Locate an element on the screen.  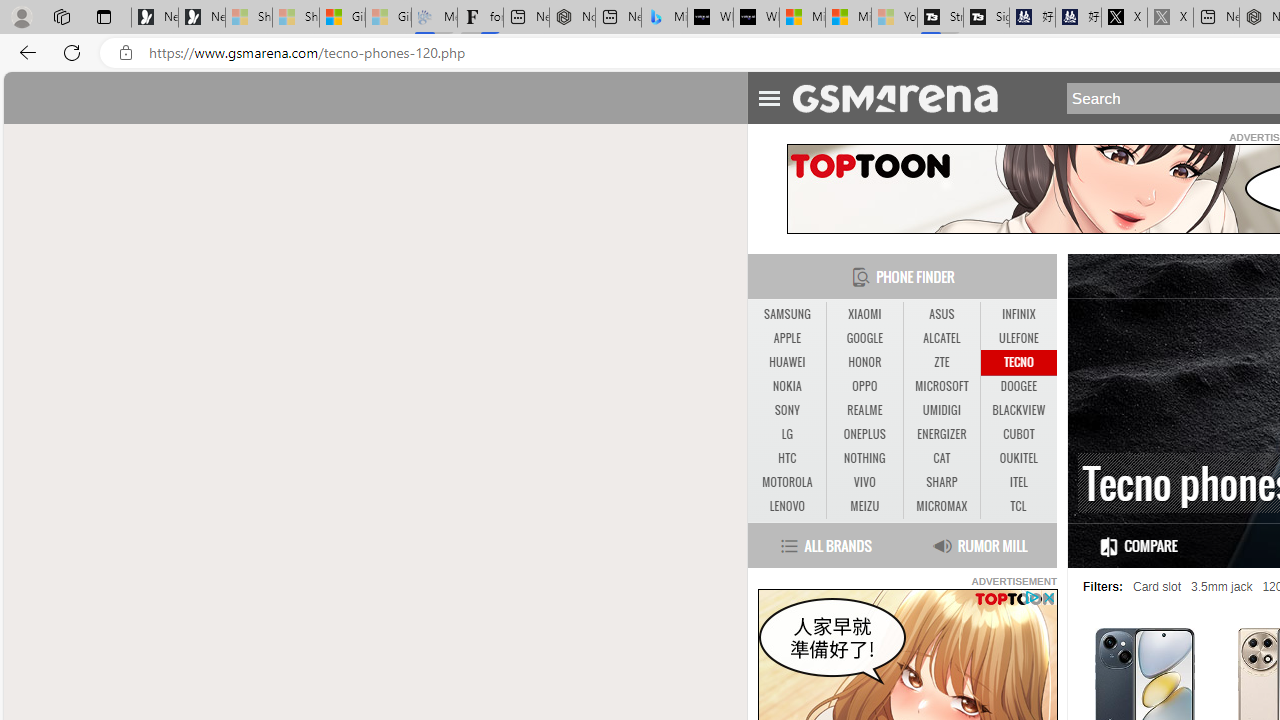
'View site information' is located at coordinates (125, 52).